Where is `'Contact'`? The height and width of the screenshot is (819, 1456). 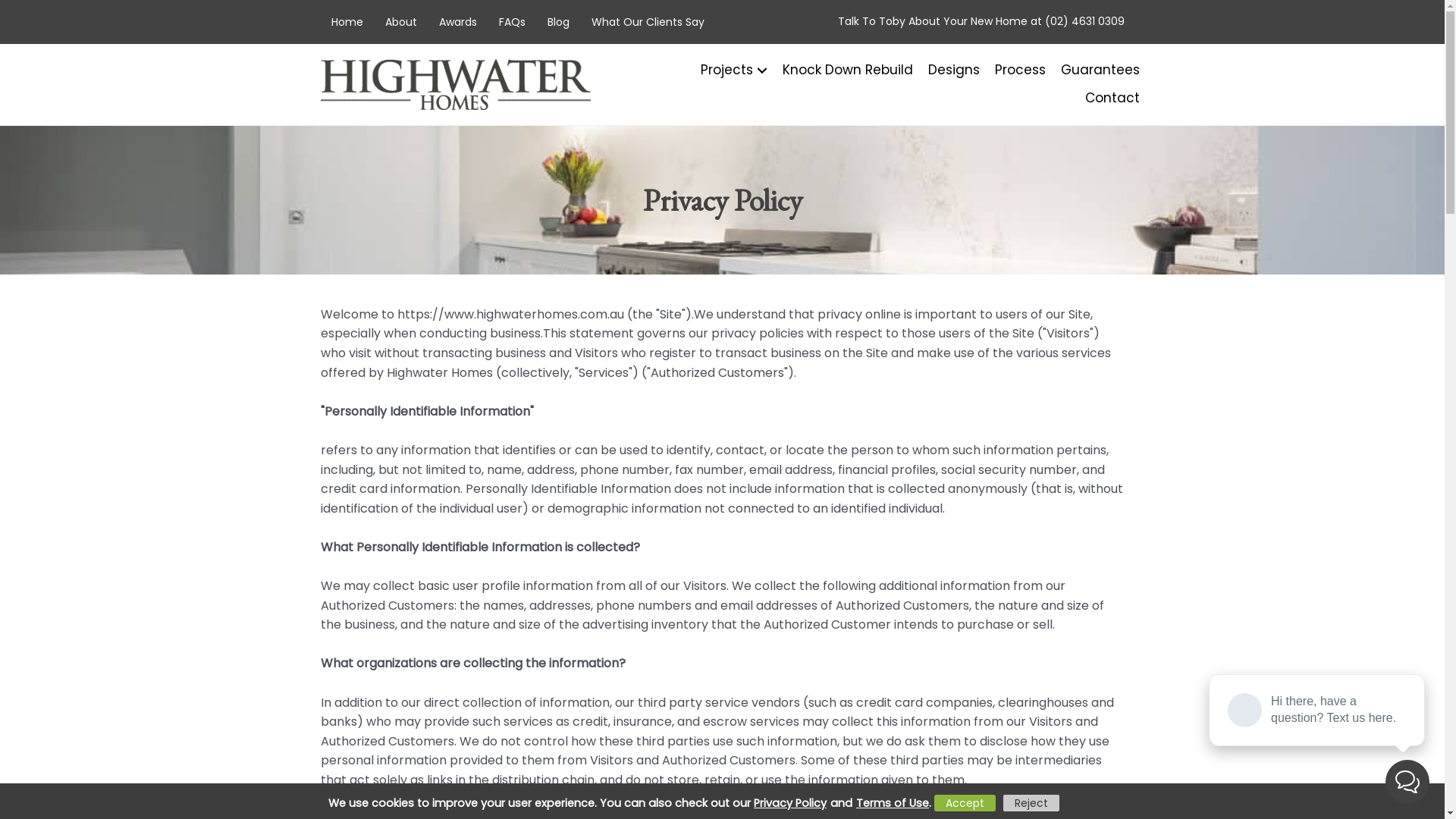 'Contact' is located at coordinates (1105, 98).